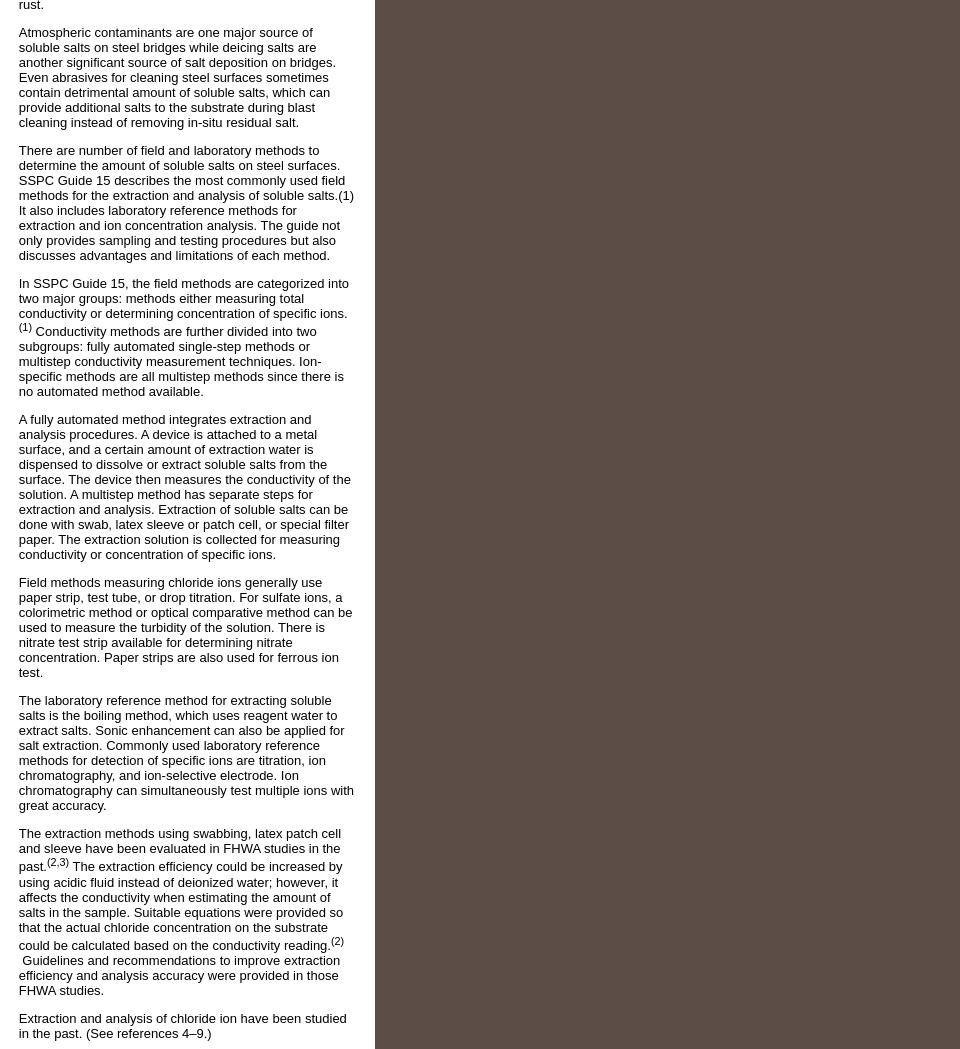 This screenshot has height=1049, width=960. What do you see at coordinates (179, 905) in the screenshot?
I see `'The extraction efficiency could  be increased by using acidic fluid instead of deionized water; however, it affects  the conductivity when estimating the amount of salts in the sample. Suitable equations  were provided so that the actual chloride concentration on the substrate could  be calculated based on the conductivity reading.'` at bounding box center [179, 905].